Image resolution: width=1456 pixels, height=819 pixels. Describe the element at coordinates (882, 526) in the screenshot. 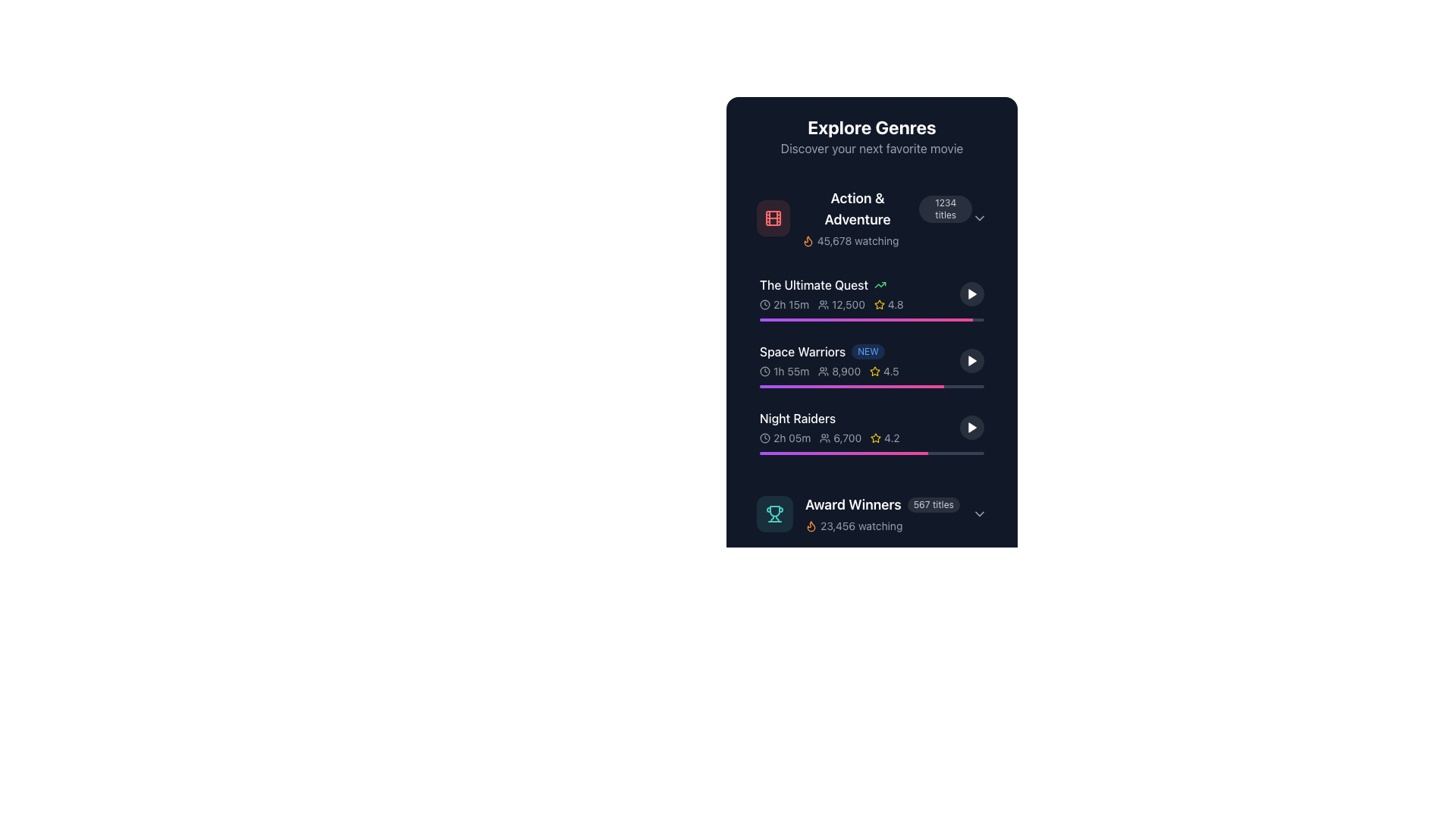

I see `the text element displaying '23,456 watching' with an orange flame icon, located below the 'Award Winners' title in the 'Explore Genres' section` at that location.